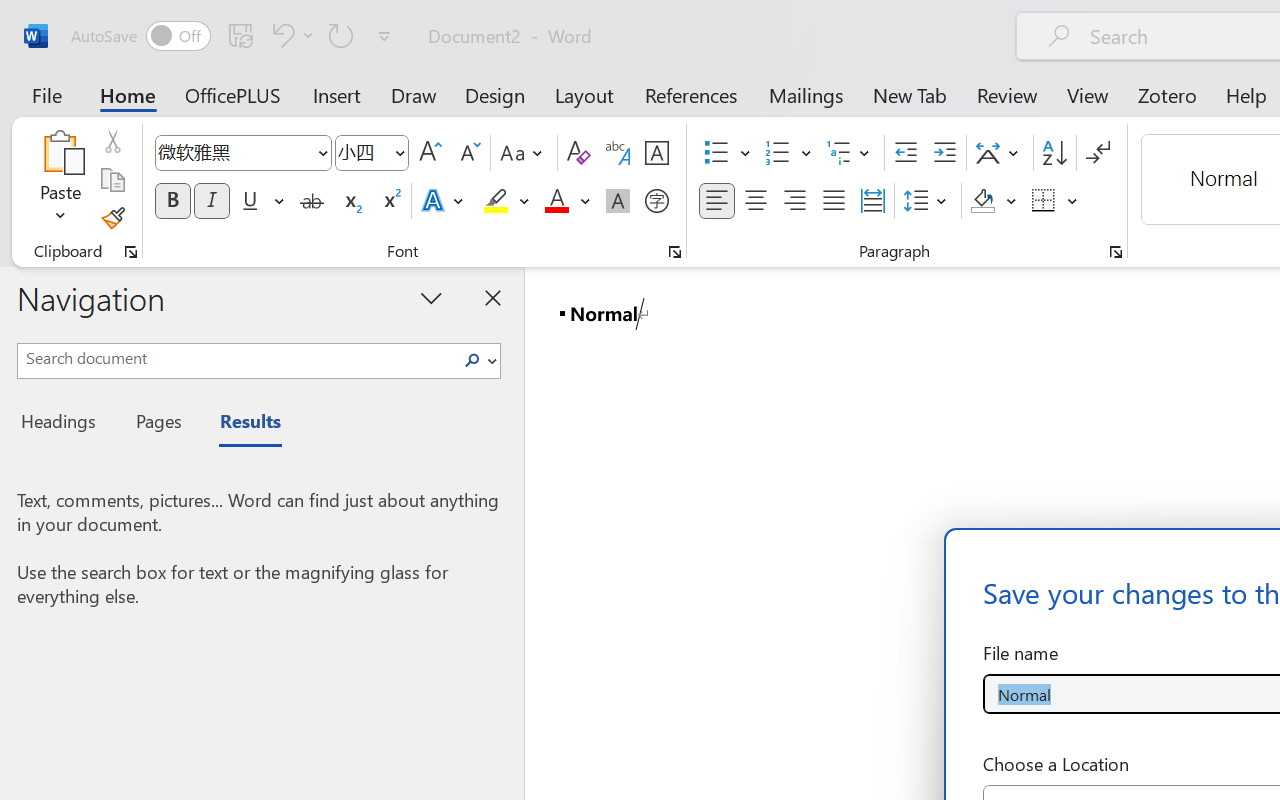 This screenshot has width=1280, height=800. I want to click on 'Can', so click(341, 34).